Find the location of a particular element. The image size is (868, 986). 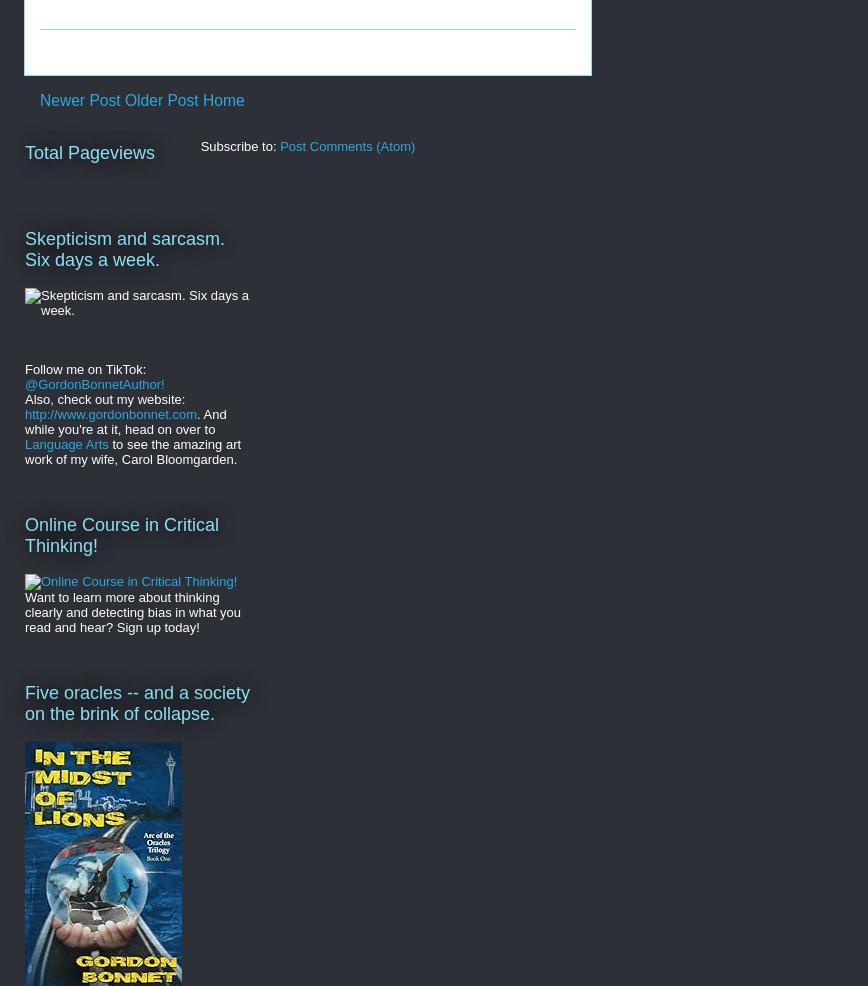

'Language Arts' is located at coordinates (66, 444).